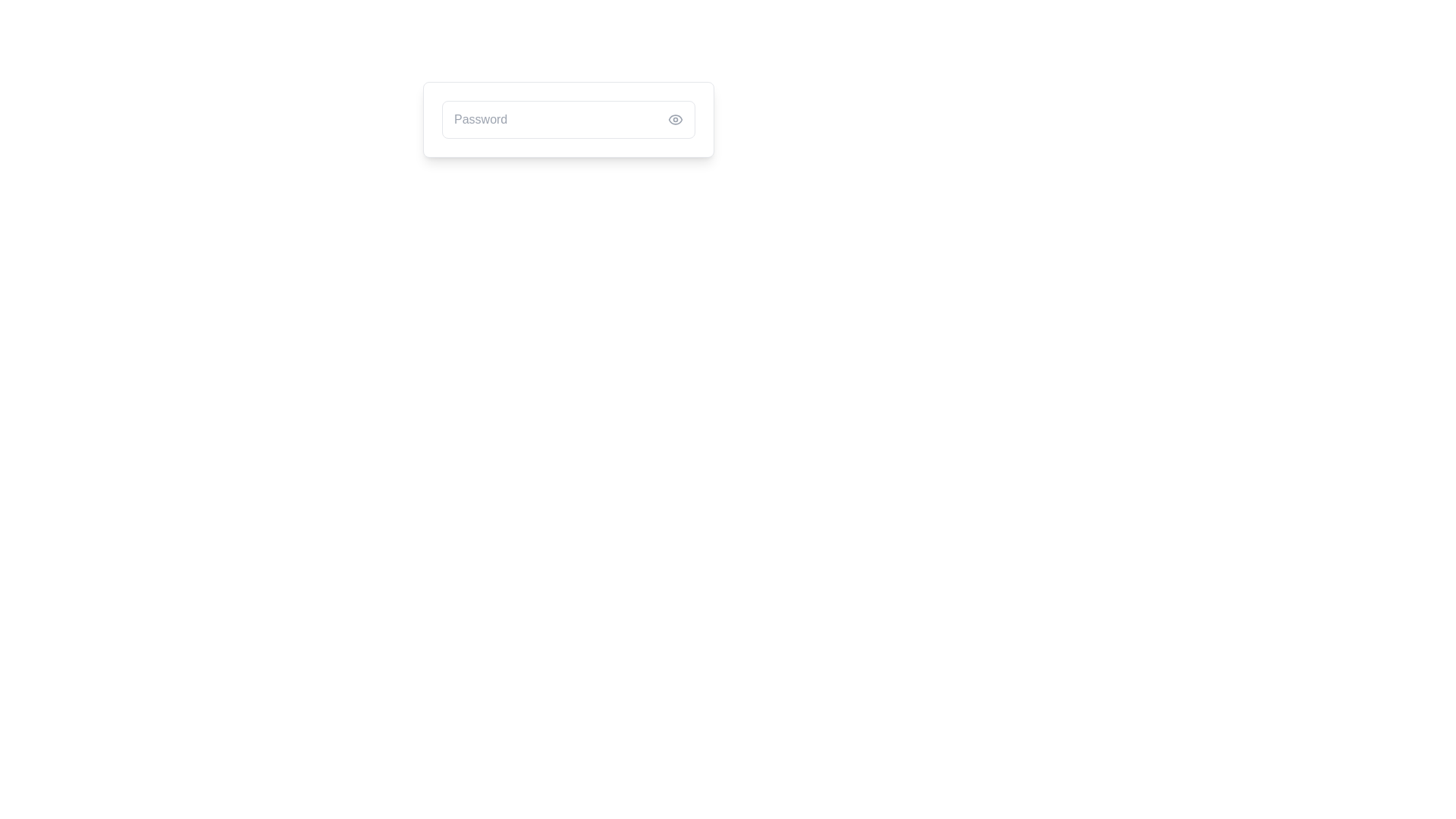 Image resolution: width=1456 pixels, height=819 pixels. Describe the element at coordinates (675, 119) in the screenshot. I see `the eye-shaped icon button, which is light gray and positioned within the password input field` at that location.